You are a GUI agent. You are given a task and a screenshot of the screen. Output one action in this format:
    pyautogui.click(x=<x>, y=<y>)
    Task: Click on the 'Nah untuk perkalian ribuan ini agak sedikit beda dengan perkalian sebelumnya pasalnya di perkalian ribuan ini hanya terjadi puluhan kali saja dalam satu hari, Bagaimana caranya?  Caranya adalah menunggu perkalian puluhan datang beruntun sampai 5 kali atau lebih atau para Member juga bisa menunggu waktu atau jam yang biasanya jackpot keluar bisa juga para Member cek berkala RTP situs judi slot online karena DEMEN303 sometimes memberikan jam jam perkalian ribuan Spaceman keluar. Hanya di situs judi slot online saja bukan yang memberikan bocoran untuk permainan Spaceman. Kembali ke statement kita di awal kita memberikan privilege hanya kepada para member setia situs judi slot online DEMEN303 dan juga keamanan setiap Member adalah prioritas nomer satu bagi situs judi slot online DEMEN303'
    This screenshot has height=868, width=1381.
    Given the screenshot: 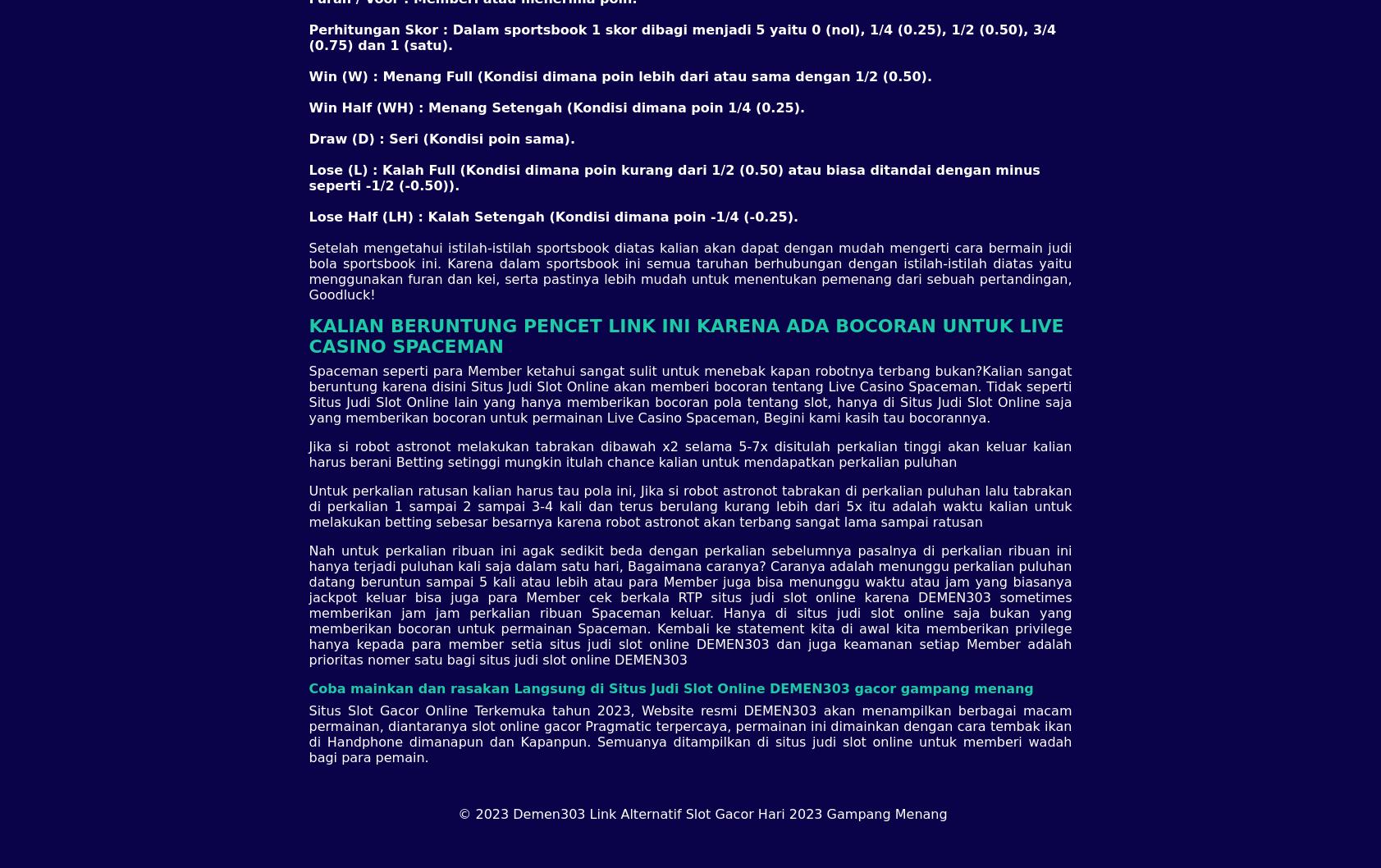 What is the action you would take?
    pyautogui.click(x=688, y=605)
    